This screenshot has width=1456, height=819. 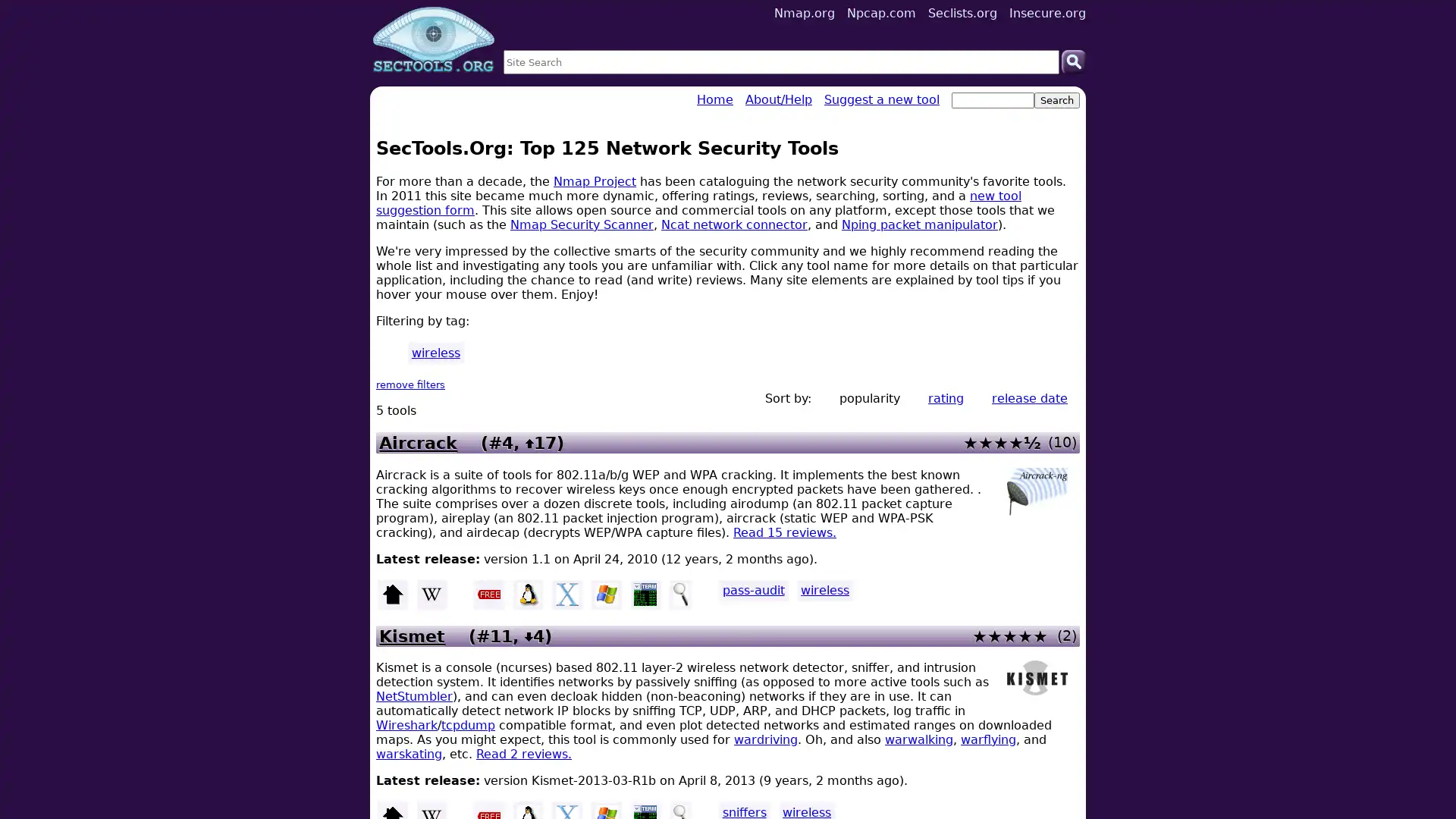 I want to click on Search, so click(x=1056, y=100).